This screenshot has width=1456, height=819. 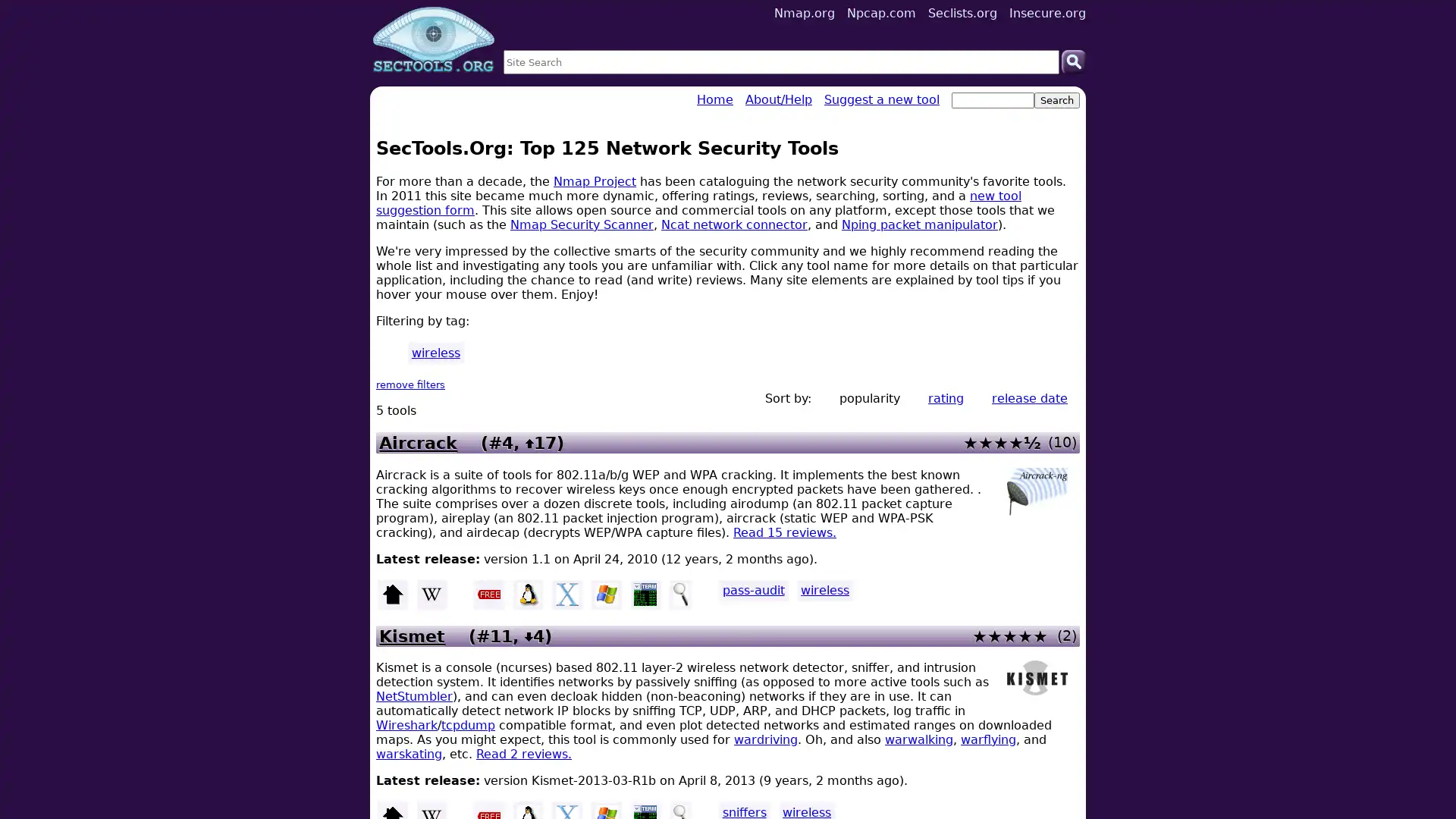 I want to click on Search, so click(x=1056, y=100).